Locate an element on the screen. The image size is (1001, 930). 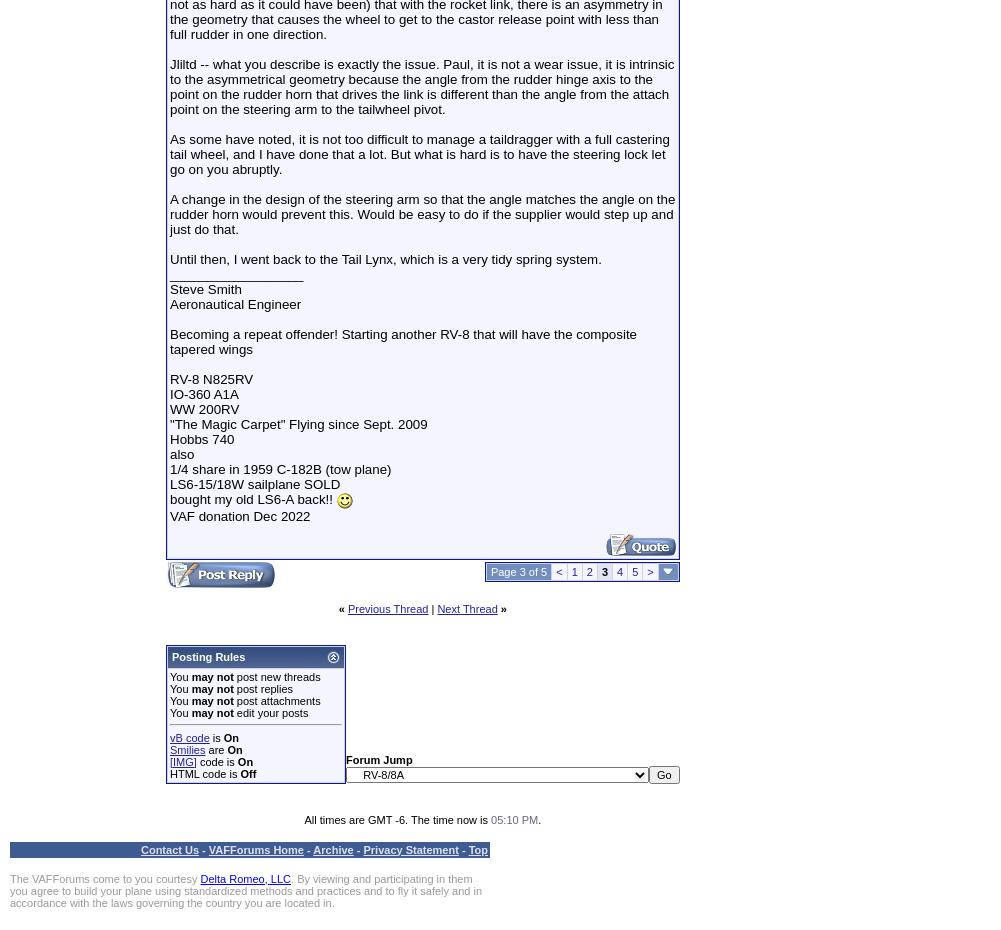
'05:10 PM' is located at coordinates (513, 817).